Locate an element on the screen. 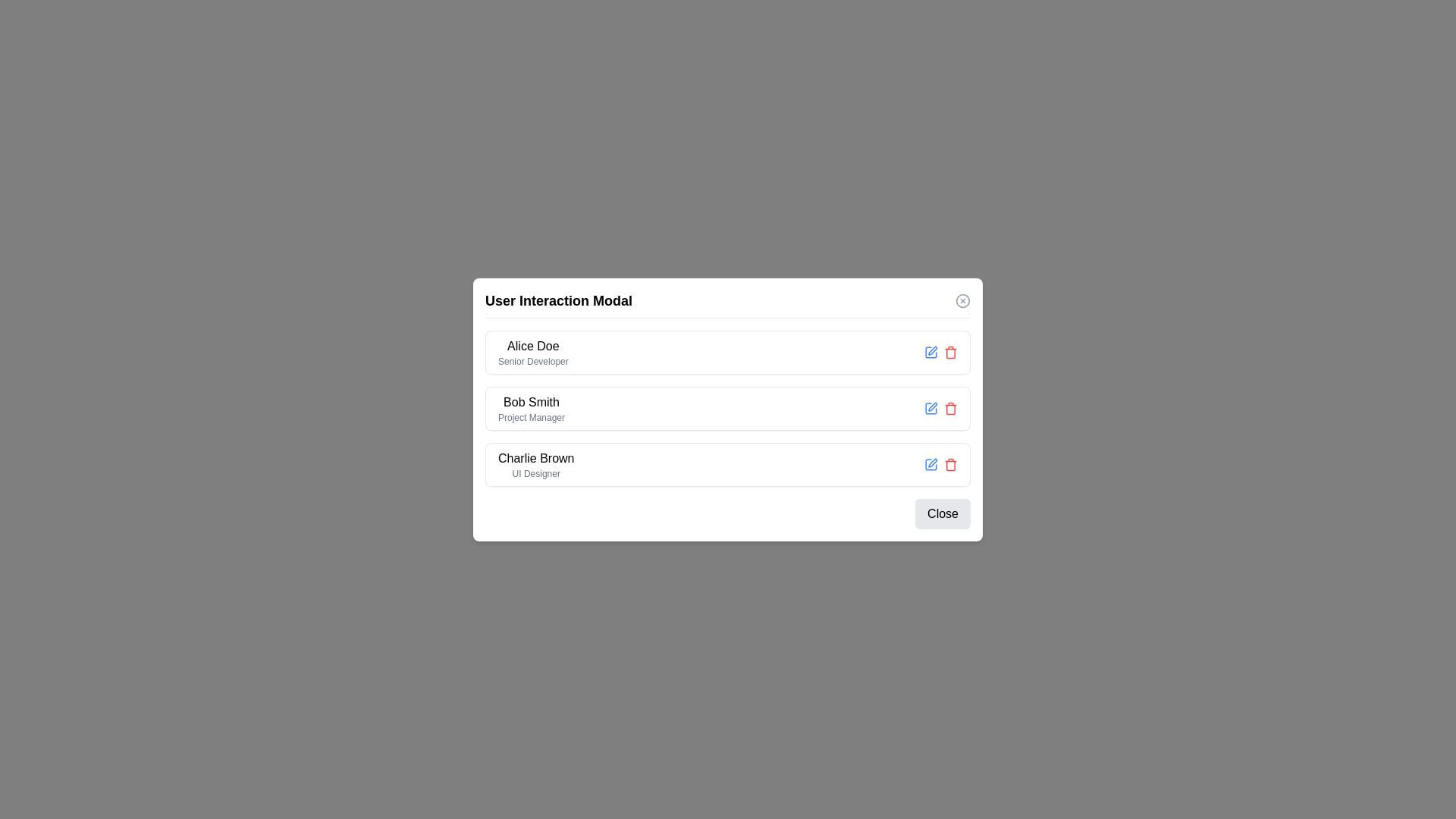  text from the two-line text block displaying 'Charlie Brown' in bold above 'UI Designer' within the 'User Interaction Modal' is located at coordinates (536, 463).